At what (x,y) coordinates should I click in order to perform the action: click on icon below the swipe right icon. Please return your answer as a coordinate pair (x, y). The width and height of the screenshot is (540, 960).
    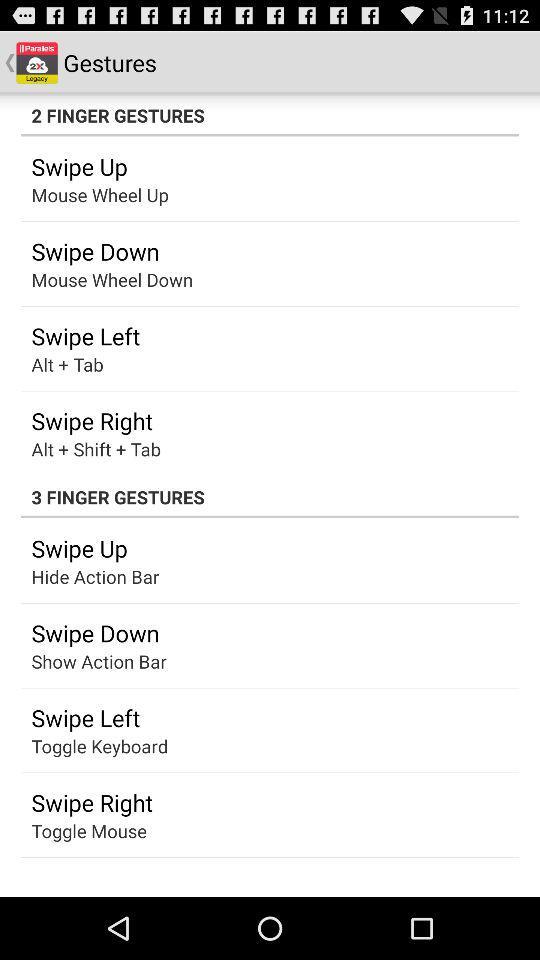
    Looking at the image, I should click on (88, 830).